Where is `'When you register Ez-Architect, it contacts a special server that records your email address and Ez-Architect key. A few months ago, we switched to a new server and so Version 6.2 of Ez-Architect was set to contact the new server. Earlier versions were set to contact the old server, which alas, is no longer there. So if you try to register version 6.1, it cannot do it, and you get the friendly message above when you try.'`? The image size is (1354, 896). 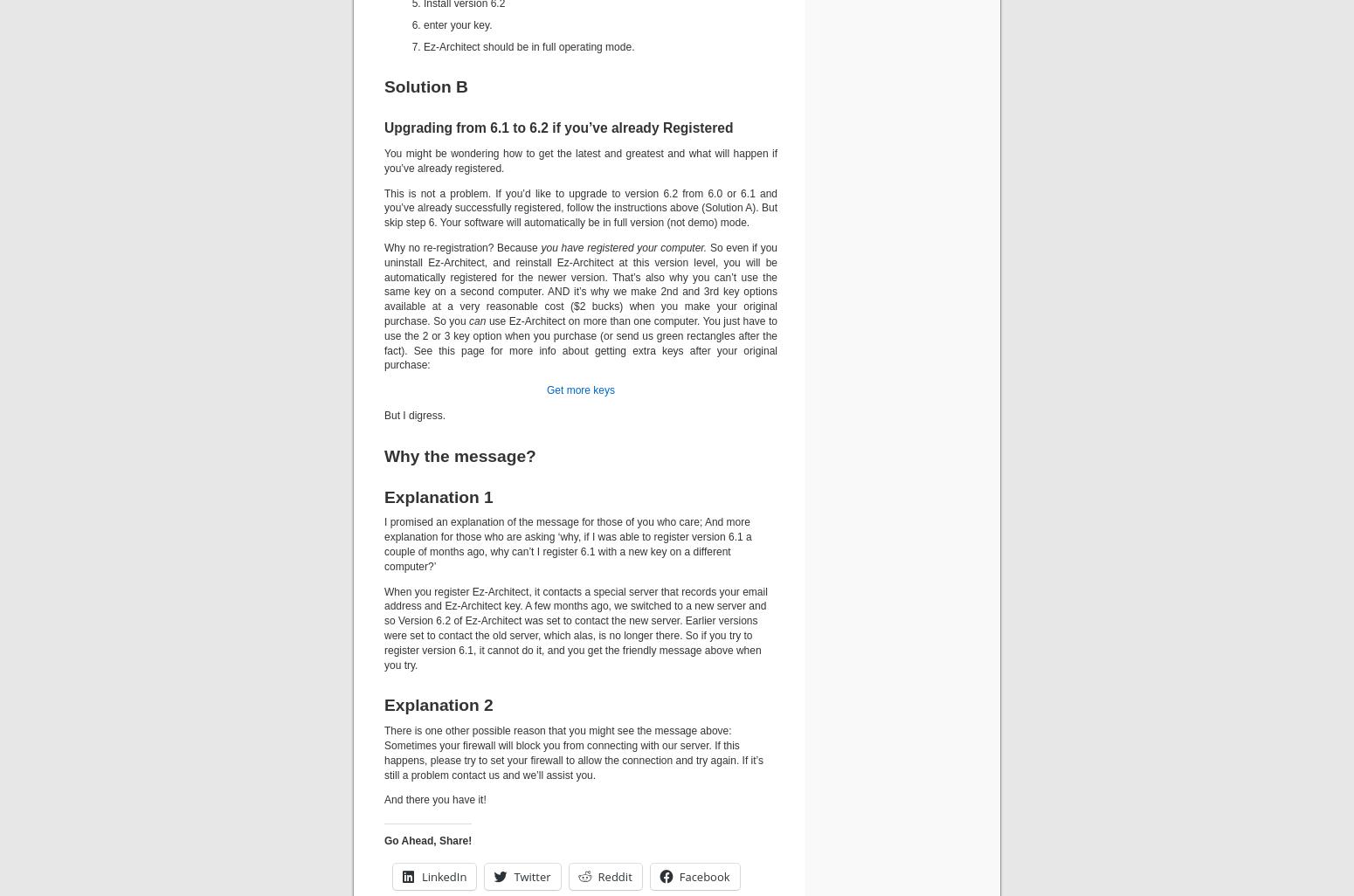 'When you register Ez-Architect, it contacts a special server that records your email address and Ez-Architect key. A few months ago, we switched to a new server and so Version 6.2 of Ez-Architect was set to contact the new server. Earlier versions were set to contact the old server, which alas, is no longer there. So if you try to register version 6.1, it cannot do it, and you get the friendly message above when you try.' is located at coordinates (384, 628).